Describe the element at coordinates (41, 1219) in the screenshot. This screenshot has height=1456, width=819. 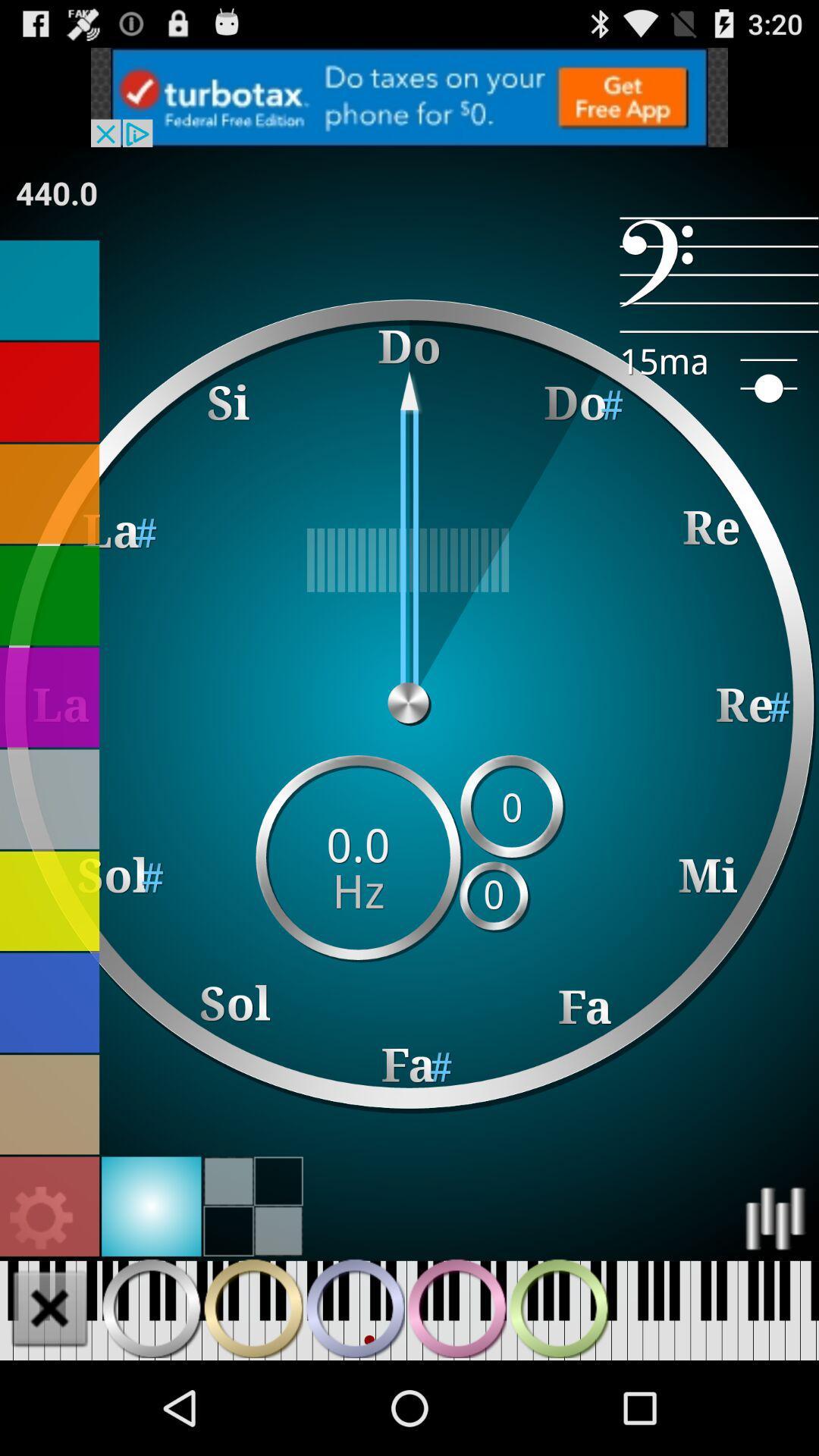
I see `this should be more colorful` at that location.